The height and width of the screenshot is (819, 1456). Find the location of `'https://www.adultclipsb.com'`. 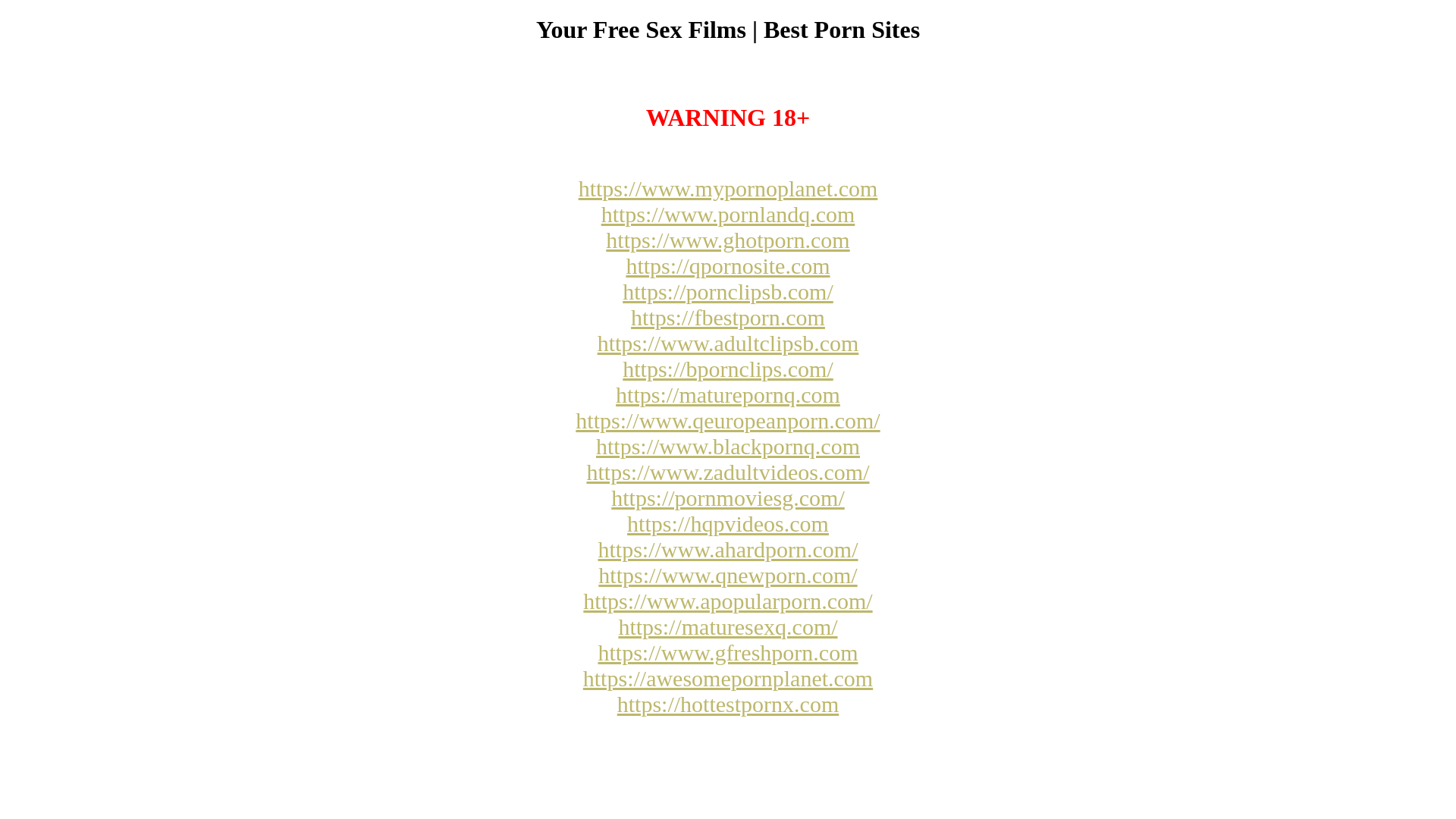

'https://www.adultclipsb.com' is located at coordinates (728, 343).